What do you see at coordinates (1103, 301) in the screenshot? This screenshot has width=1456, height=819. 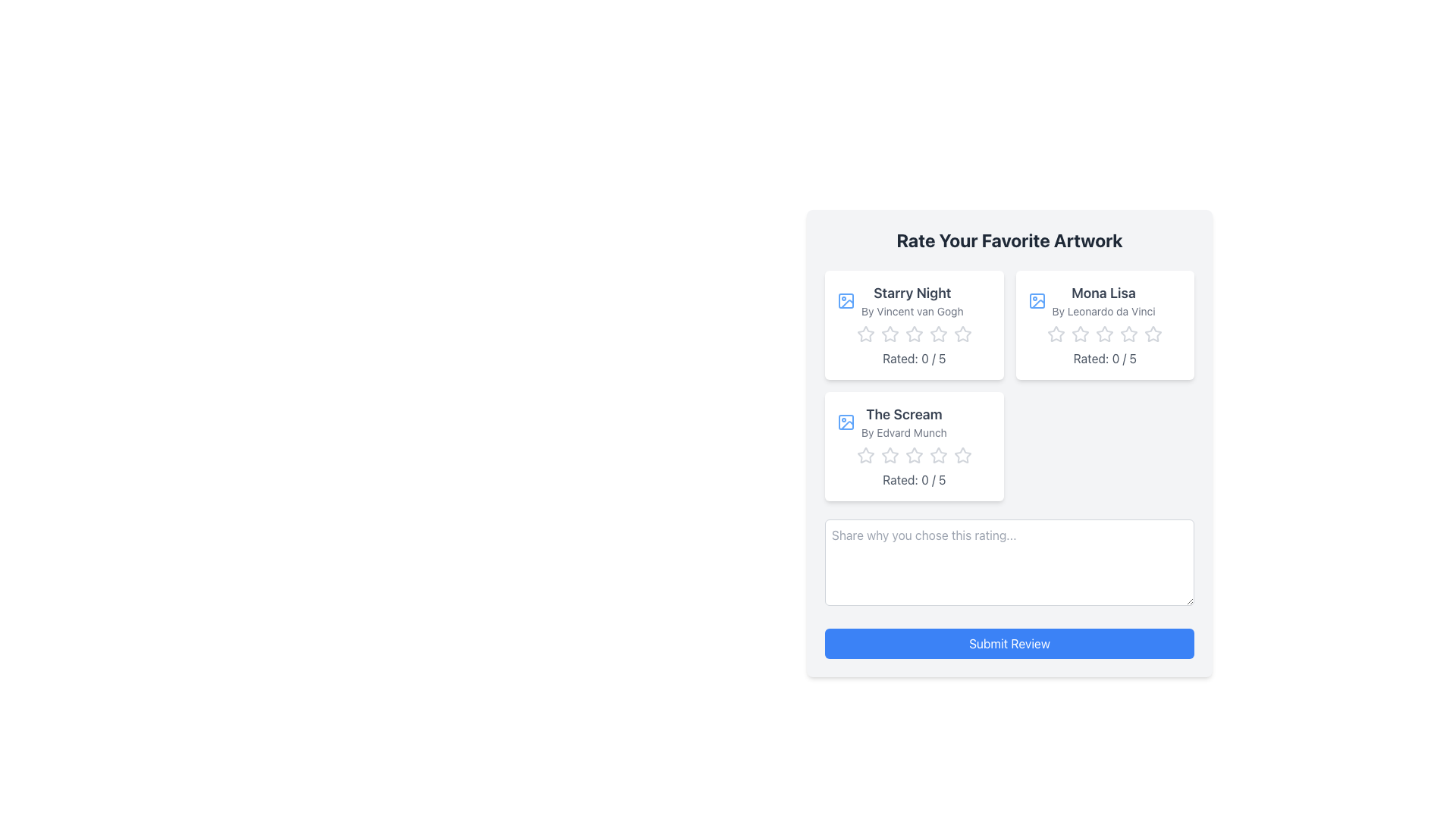 I see `the text display that shows the title and artist's name of the artwork, which is located` at bounding box center [1103, 301].